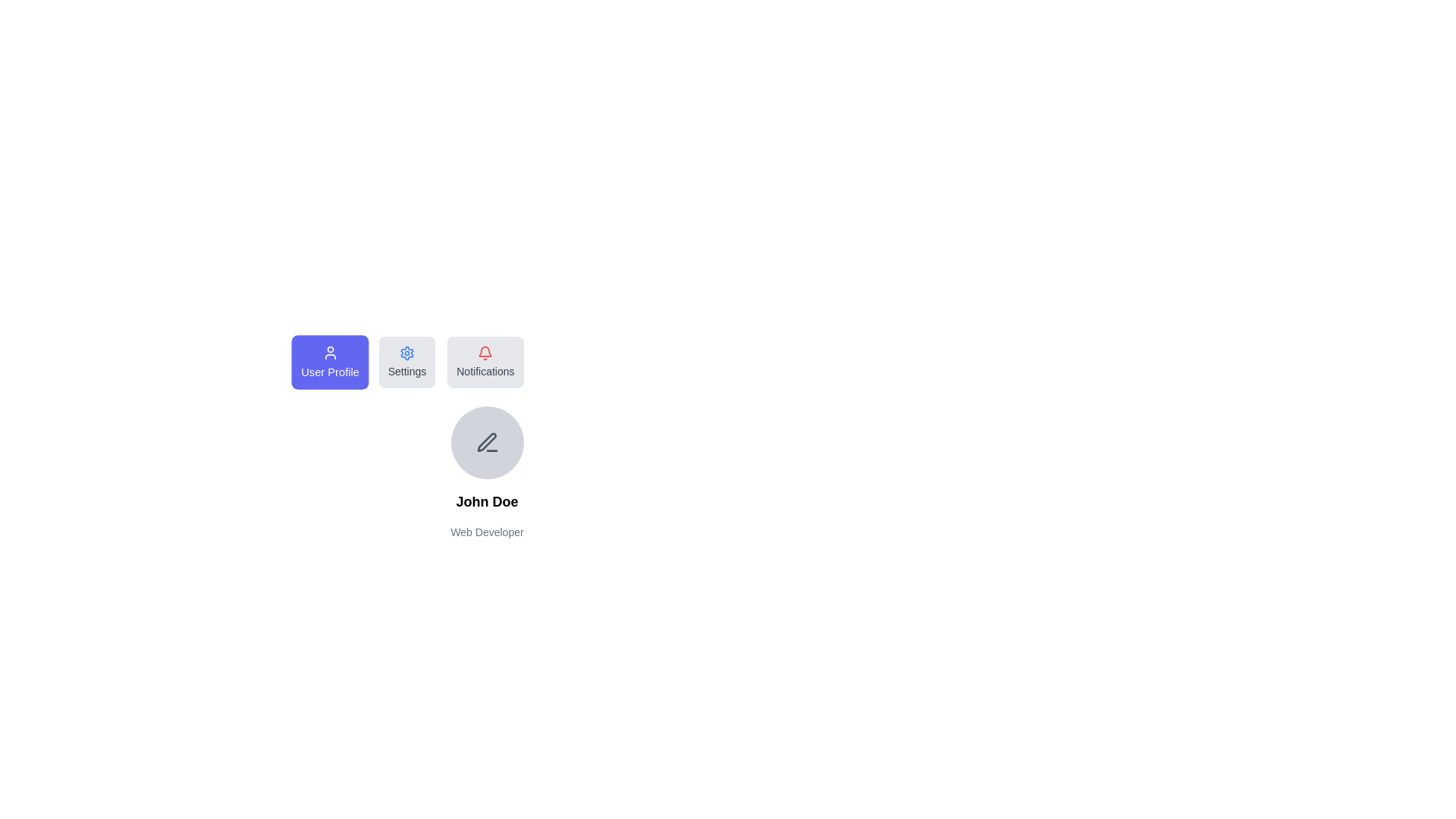  I want to click on the profile avatar placeholder with edit icon, so click(487, 438).